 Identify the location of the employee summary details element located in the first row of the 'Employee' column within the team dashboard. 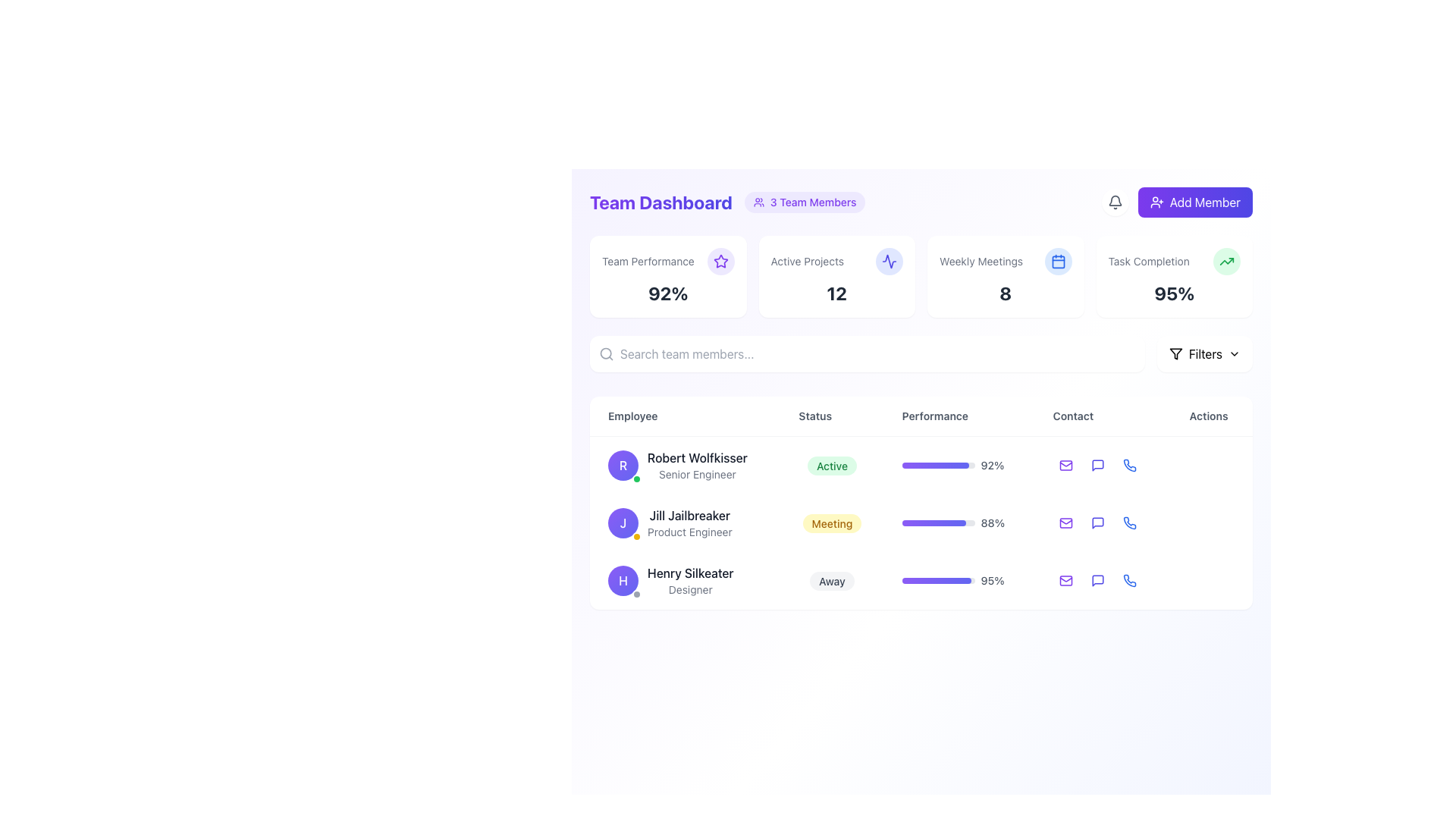
(684, 464).